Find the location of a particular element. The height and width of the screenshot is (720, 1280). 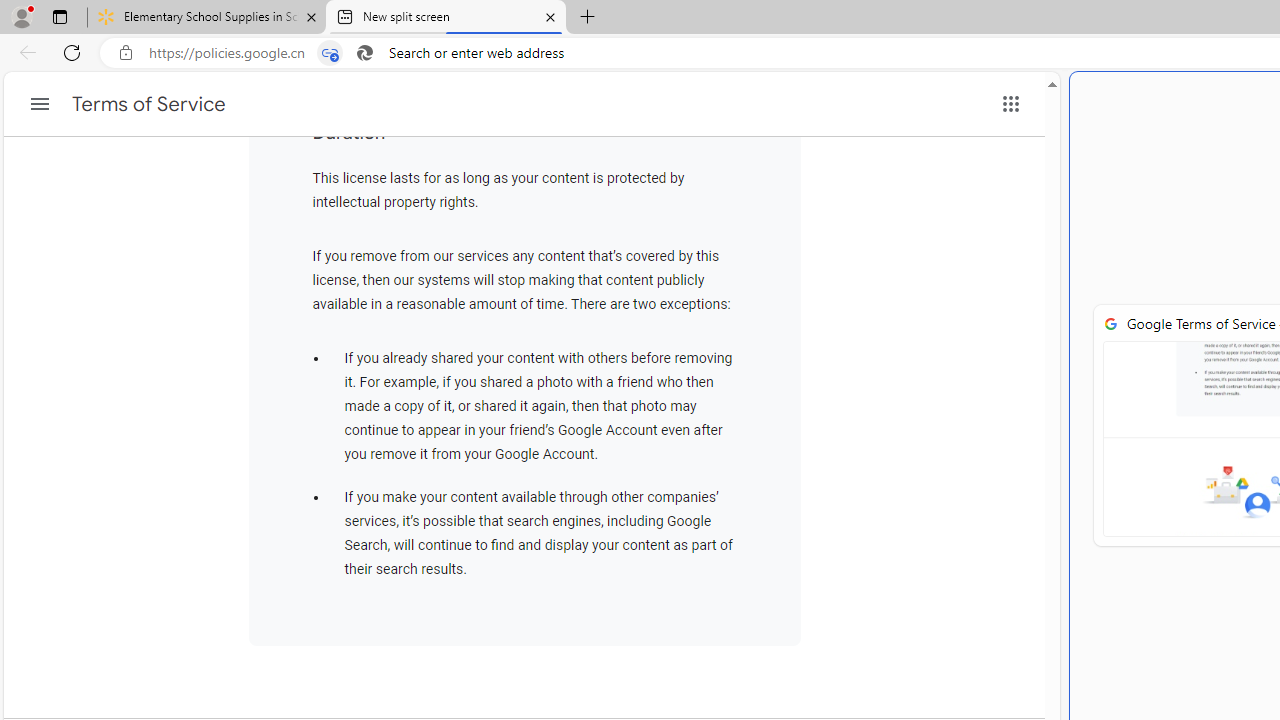

'Tab actions menu' is located at coordinates (59, 16).